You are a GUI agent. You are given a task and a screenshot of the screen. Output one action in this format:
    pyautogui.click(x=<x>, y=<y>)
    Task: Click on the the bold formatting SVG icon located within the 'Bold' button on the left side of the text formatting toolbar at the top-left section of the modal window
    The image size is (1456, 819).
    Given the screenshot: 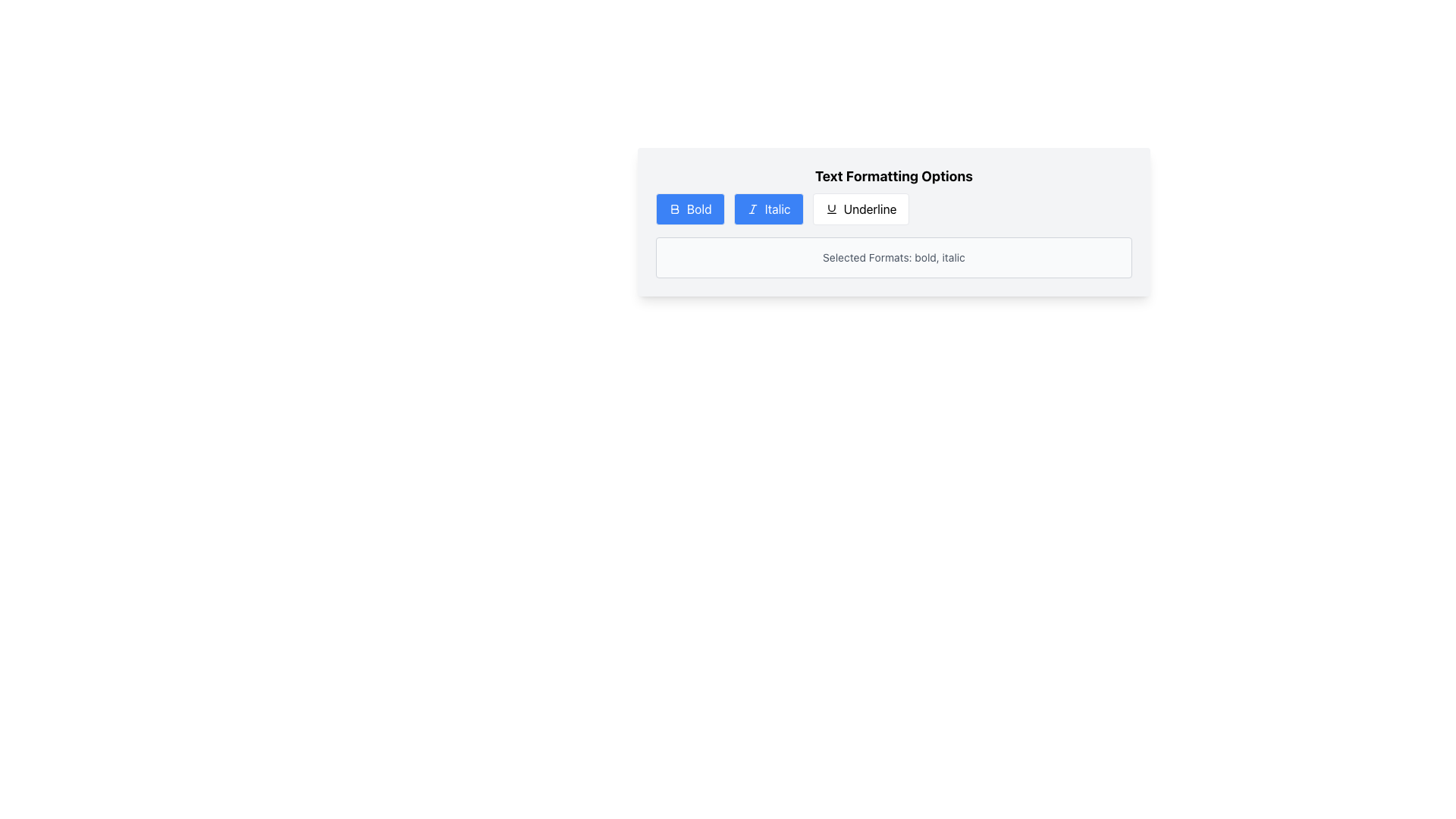 What is the action you would take?
    pyautogui.click(x=674, y=209)
    